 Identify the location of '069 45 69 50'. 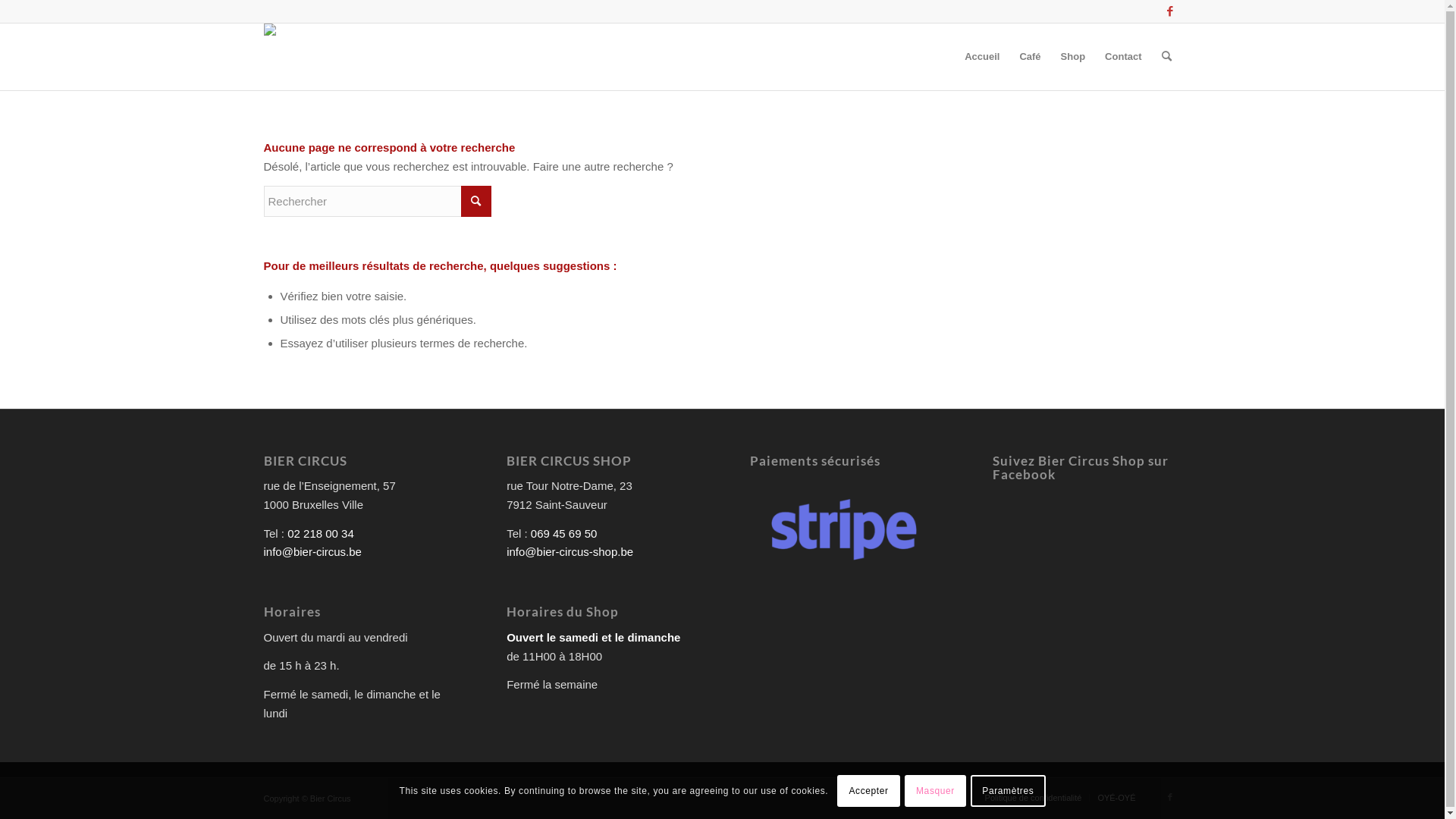
(563, 532).